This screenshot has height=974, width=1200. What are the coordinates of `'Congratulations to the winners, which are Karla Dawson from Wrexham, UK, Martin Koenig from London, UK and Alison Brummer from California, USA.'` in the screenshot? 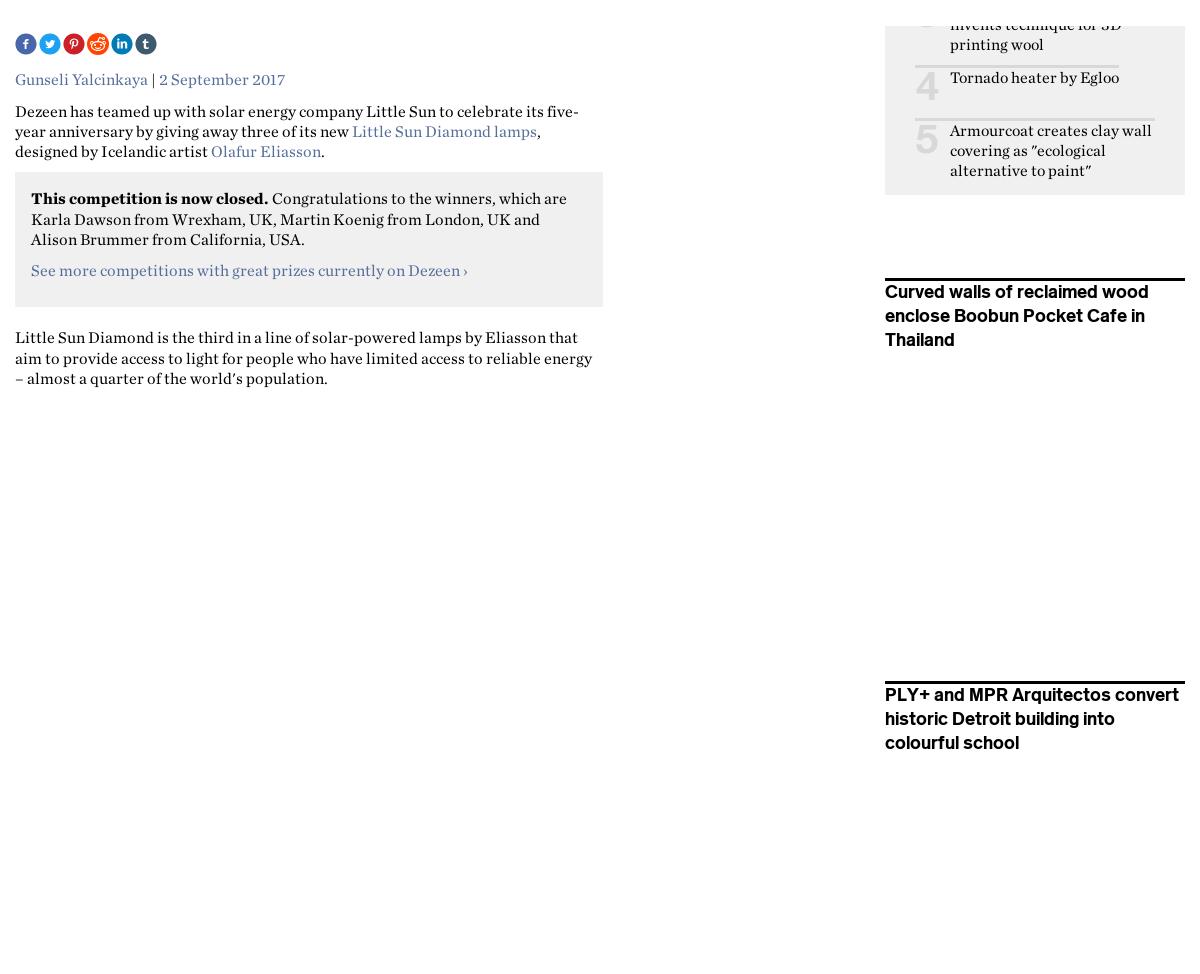 It's located at (298, 217).